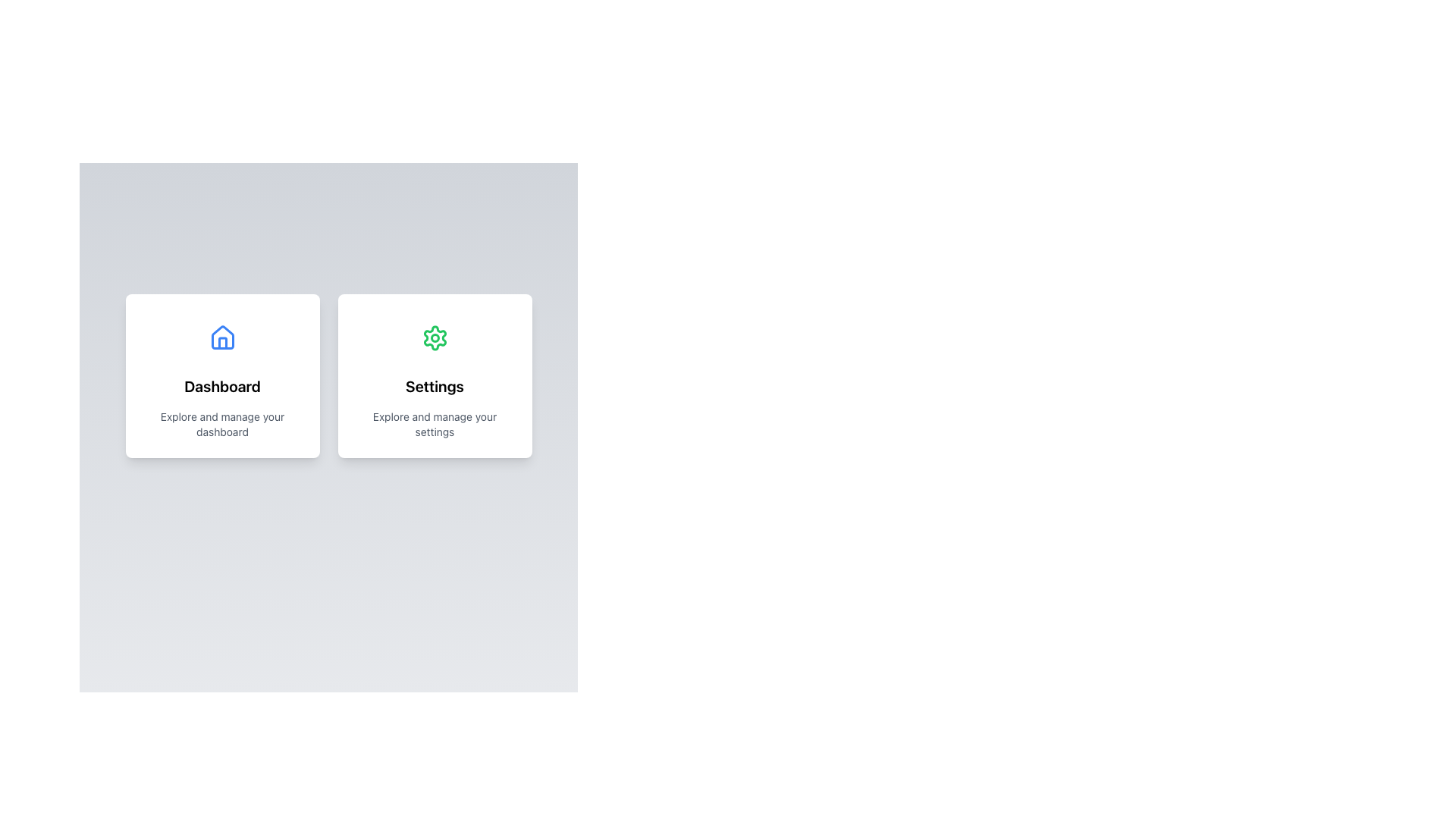 This screenshot has width=1456, height=819. Describe the element at coordinates (434, 337) in the screenshot. I see `the 'Settings' icon located in the upper section of the second card in a horizontally arranged list of cards` at that location.